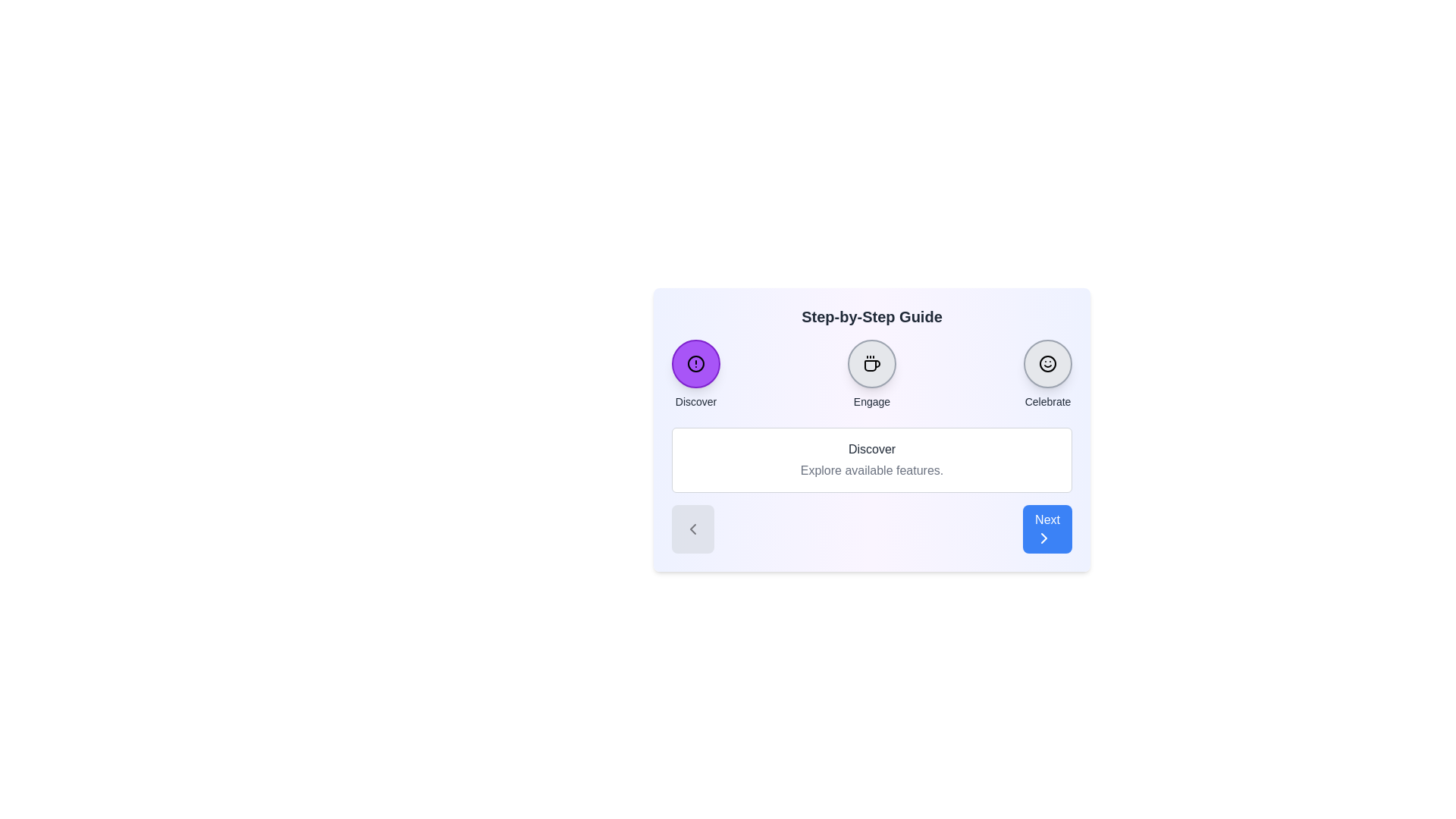 Image resolution: width=1456 pixels, height=819 pixels. Describe the element at coordinates (695, 363) in the screenshot. I see `the circular button with a purple background labeled 'Discover'` at that location.